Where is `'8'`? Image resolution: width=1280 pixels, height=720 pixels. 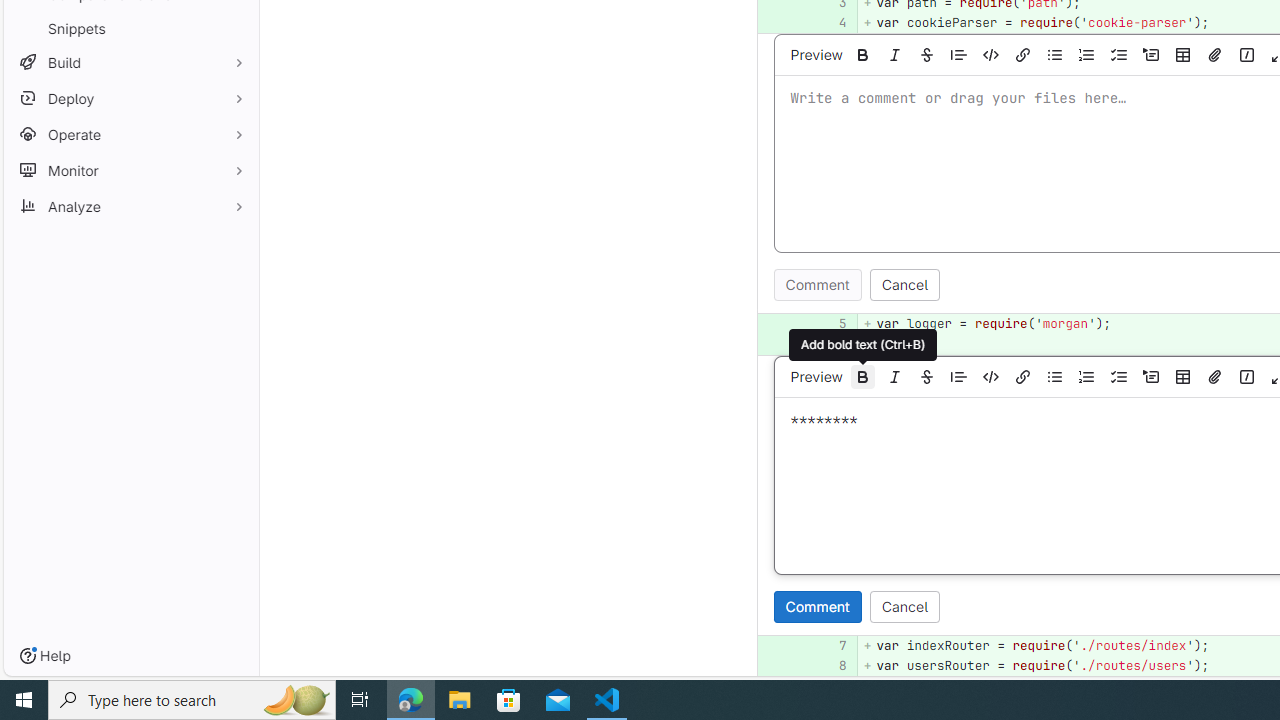
'8' is located at coordinates (832, 666).